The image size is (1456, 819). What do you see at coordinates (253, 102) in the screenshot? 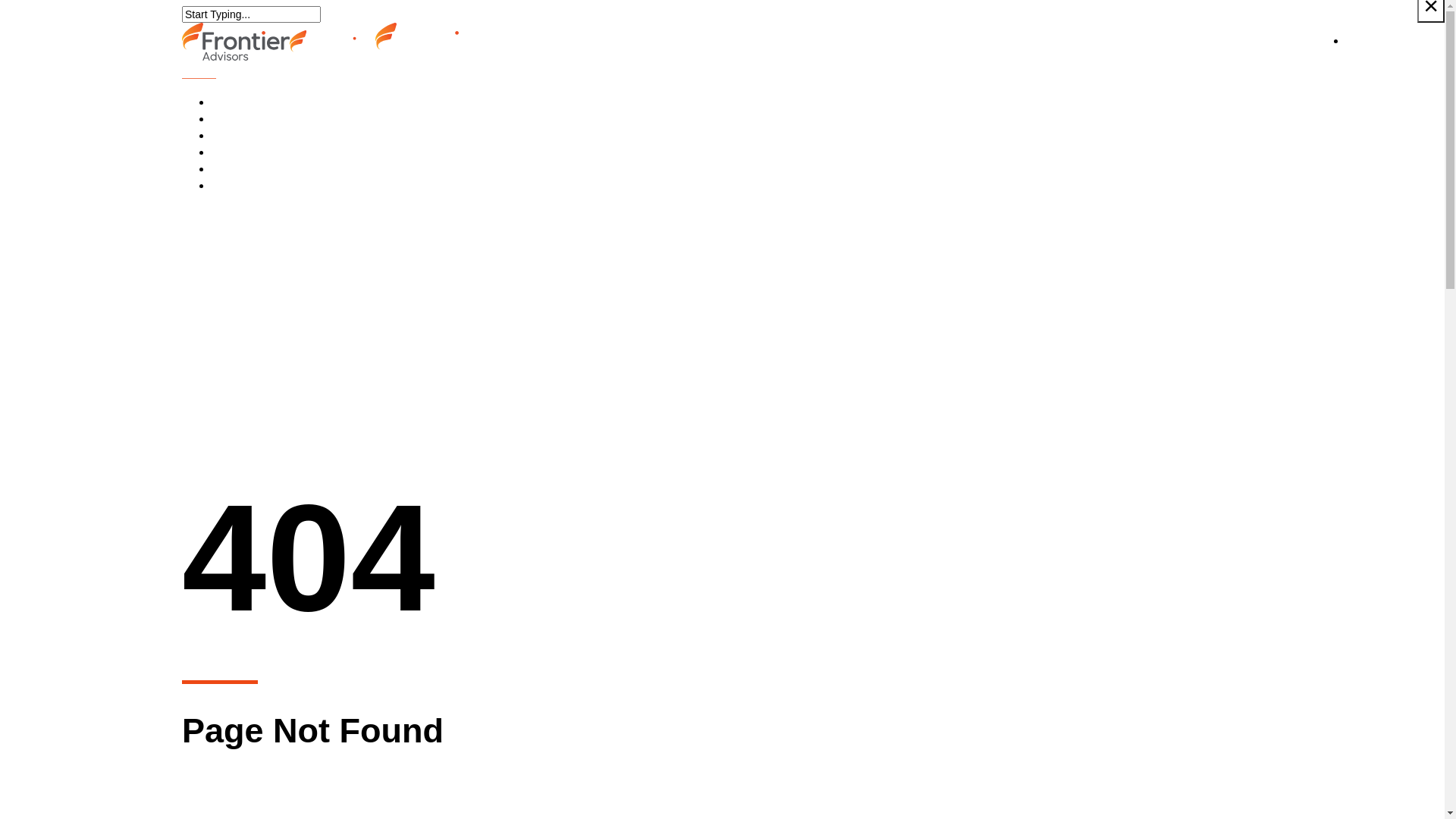
I see `'Services'` at bounding box center [253, 102].